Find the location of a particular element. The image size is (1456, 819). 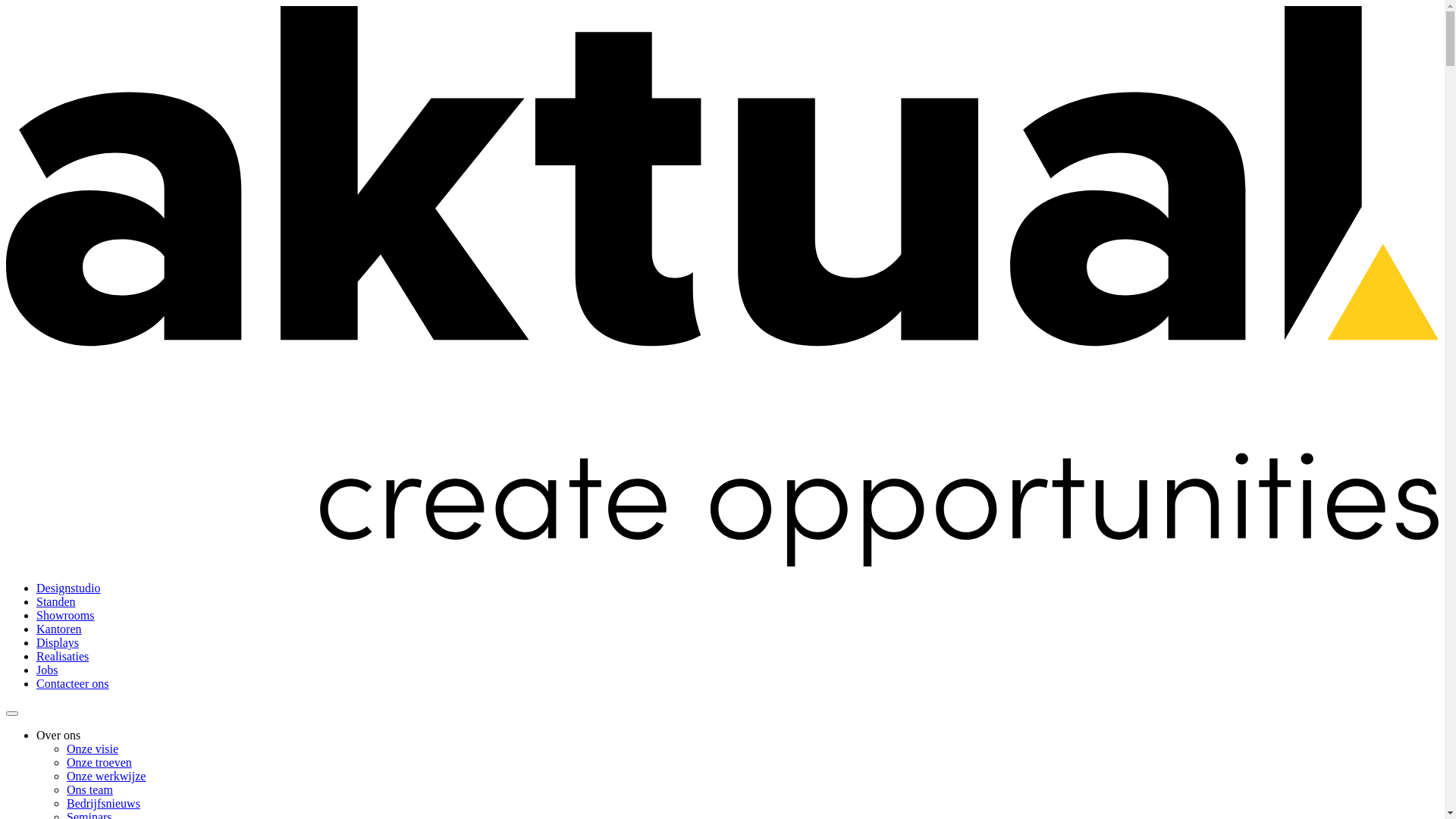

'Kantoren' is located at coordinates (58, 629).